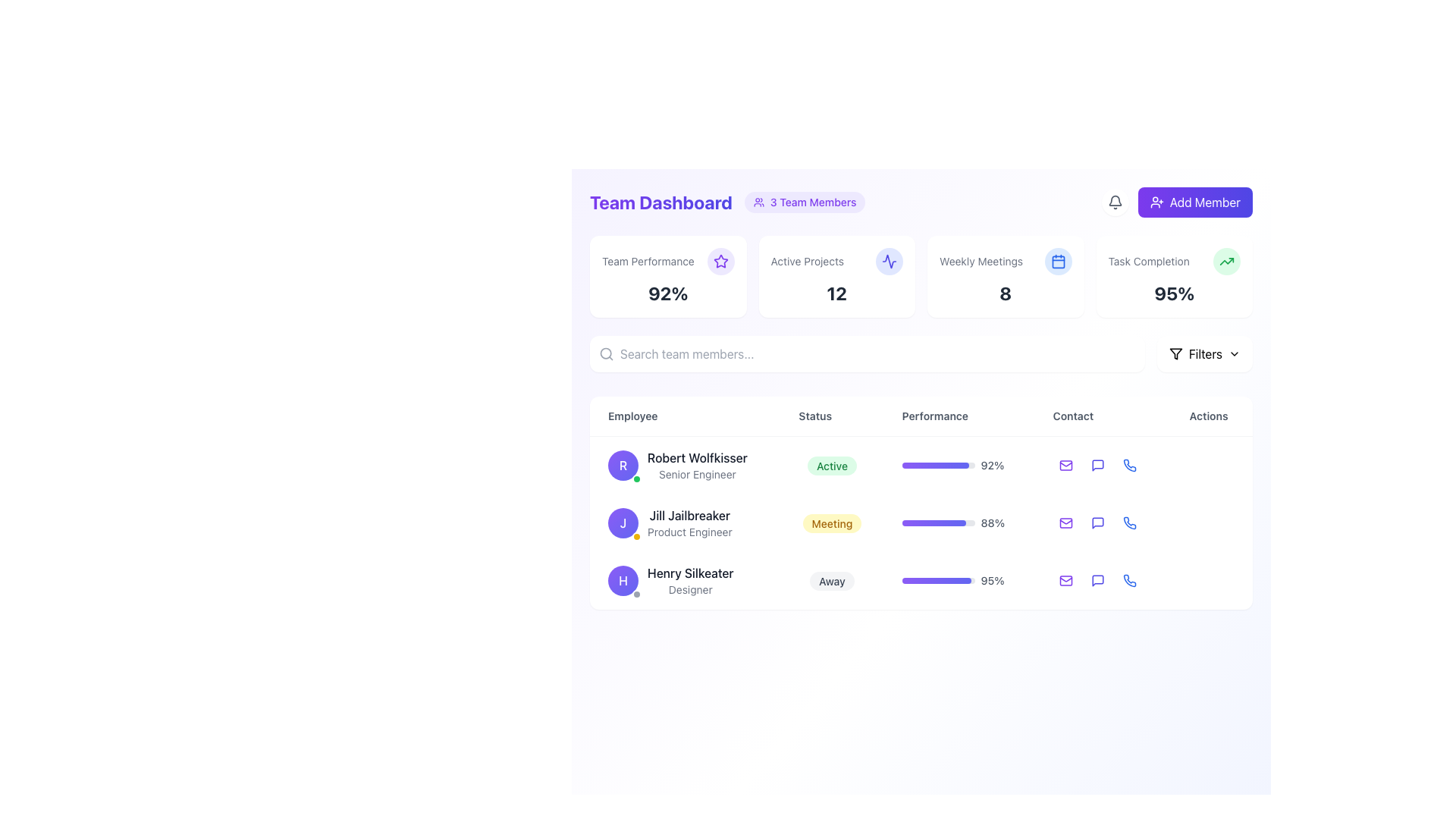 The image size is (1456, 819). Describe the element at coordinates (920, 522) in the screenshot. I see `on the employee name 'Henry Silkeater' in the third row of the table under the 'Team Dashboard' for detailed profile view` at that location.